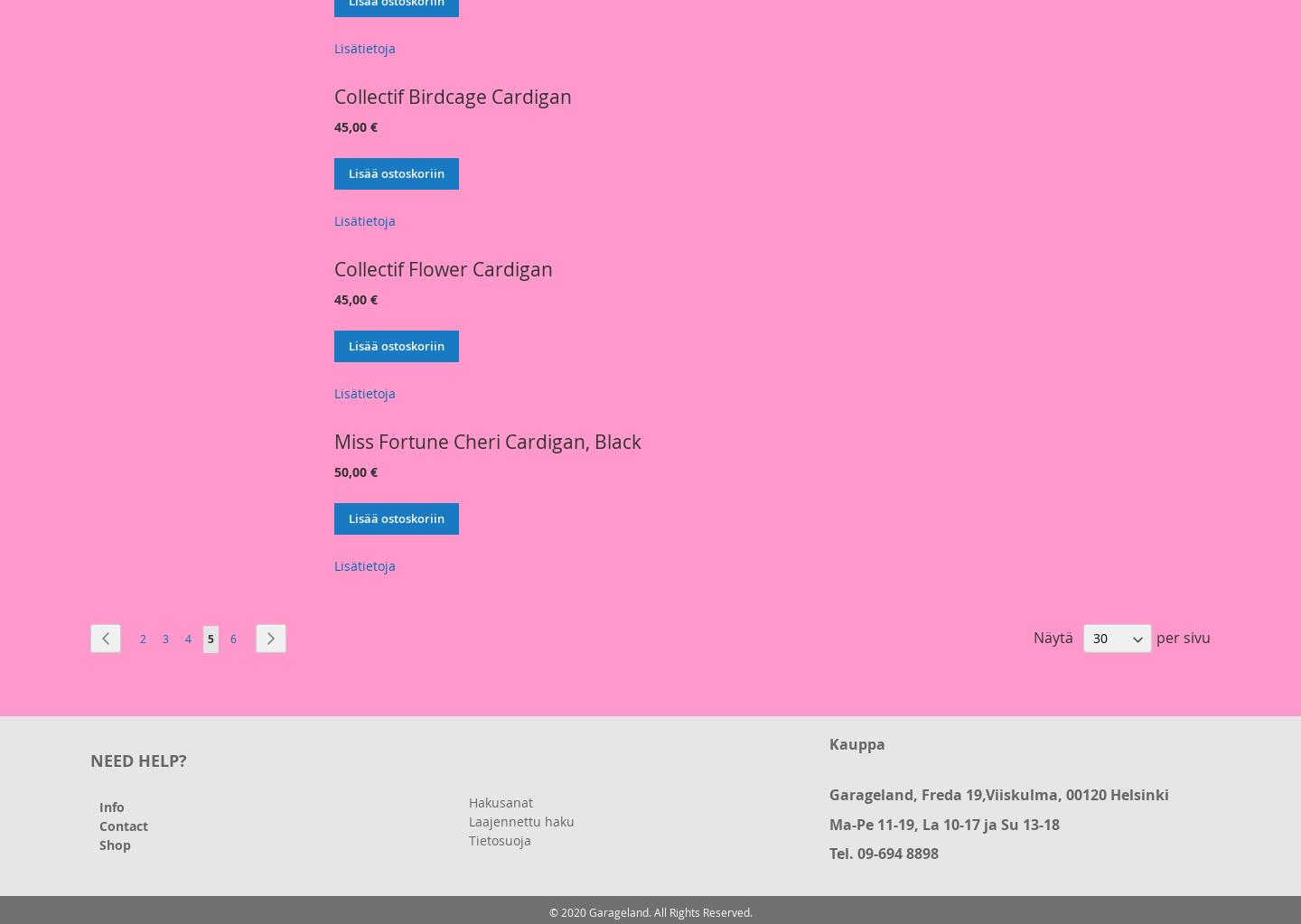  I want to click on '2', so click(142, 637).